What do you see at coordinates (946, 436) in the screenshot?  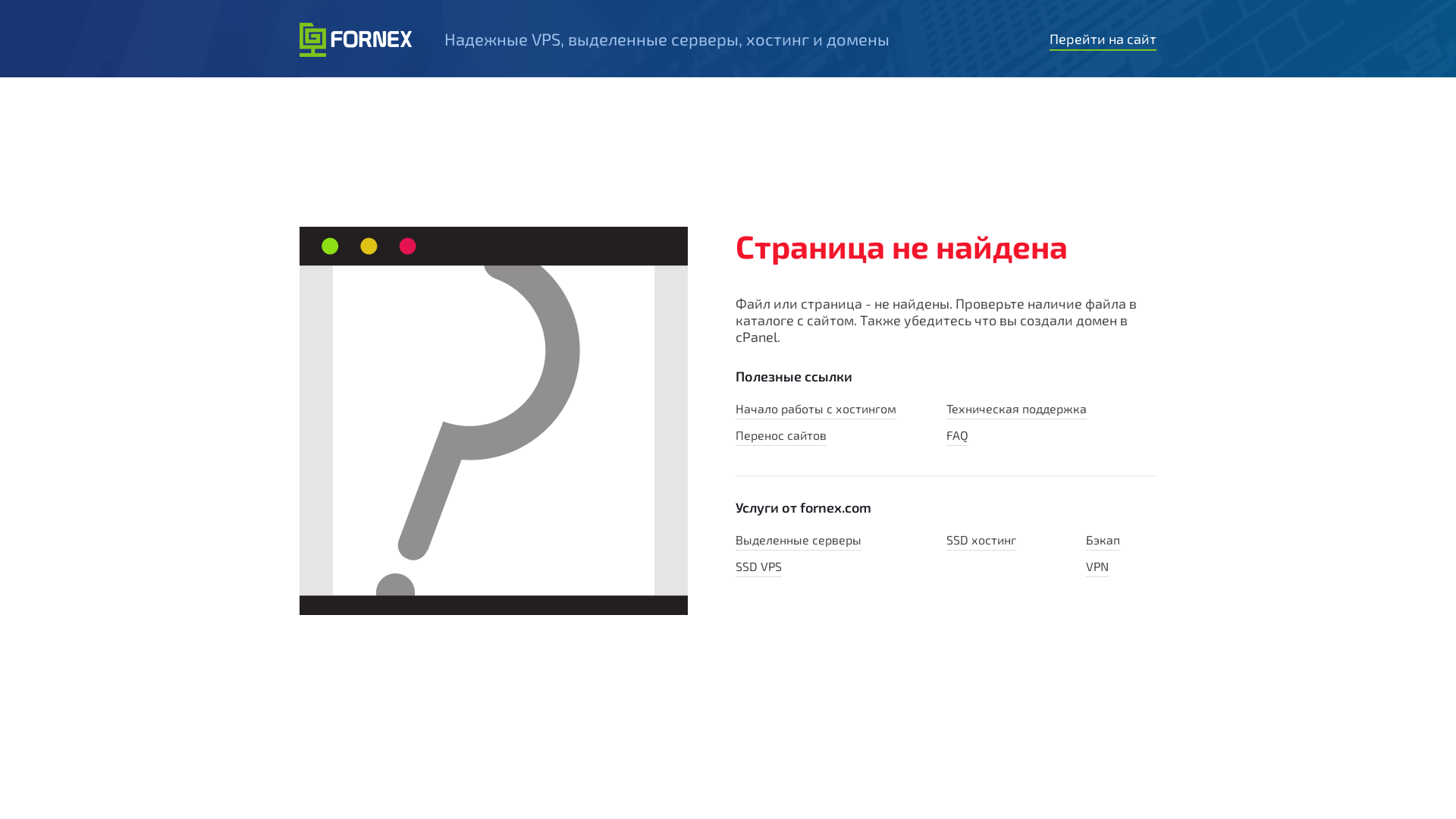 I see `'FAQ'` at bounding box center [946, 436].